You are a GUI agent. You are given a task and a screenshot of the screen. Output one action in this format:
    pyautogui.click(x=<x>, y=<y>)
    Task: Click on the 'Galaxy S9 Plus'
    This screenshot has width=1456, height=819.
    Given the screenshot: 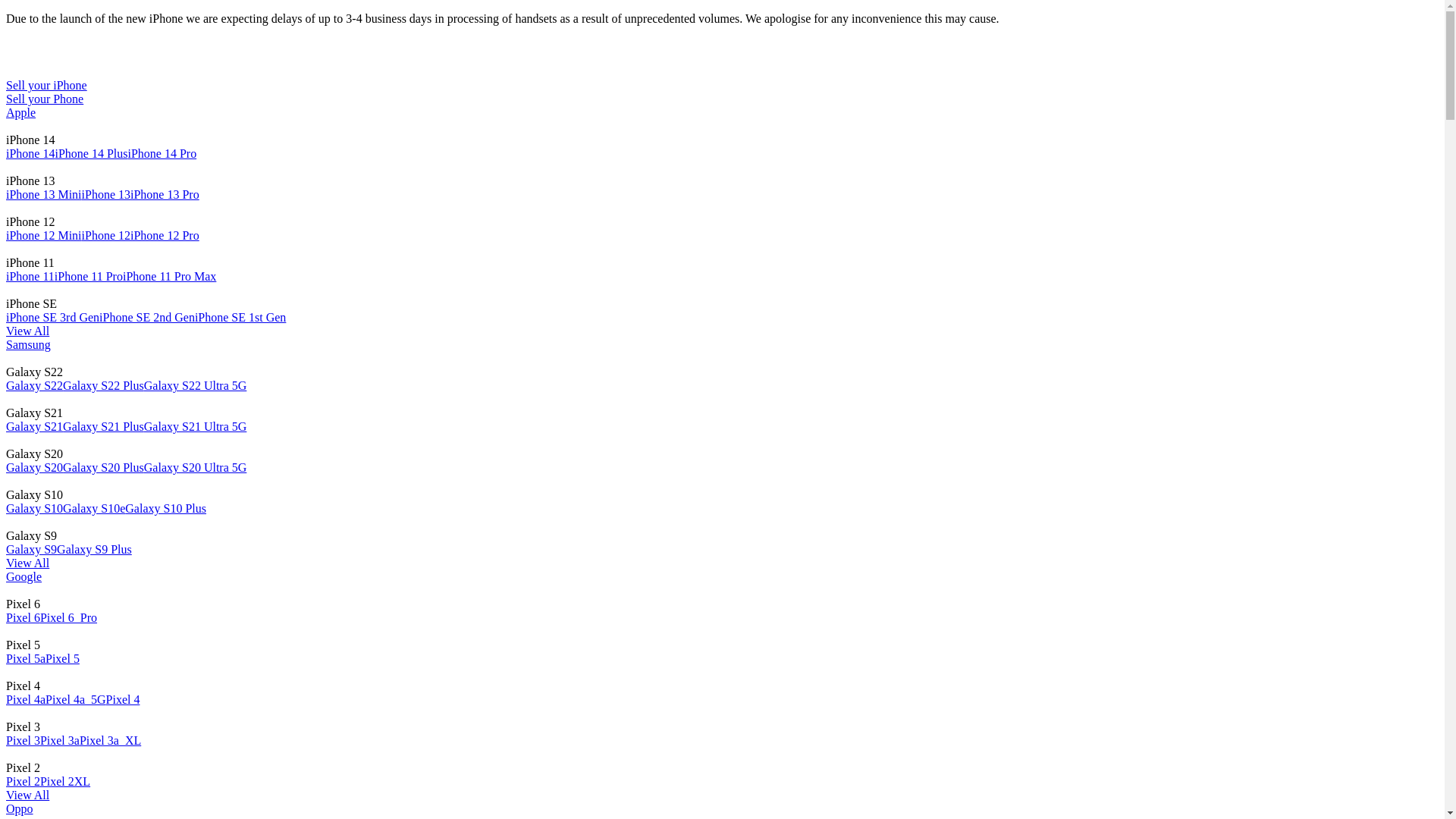 What is the action you would take?
    pyautogui.click(x=93, y=549)
    